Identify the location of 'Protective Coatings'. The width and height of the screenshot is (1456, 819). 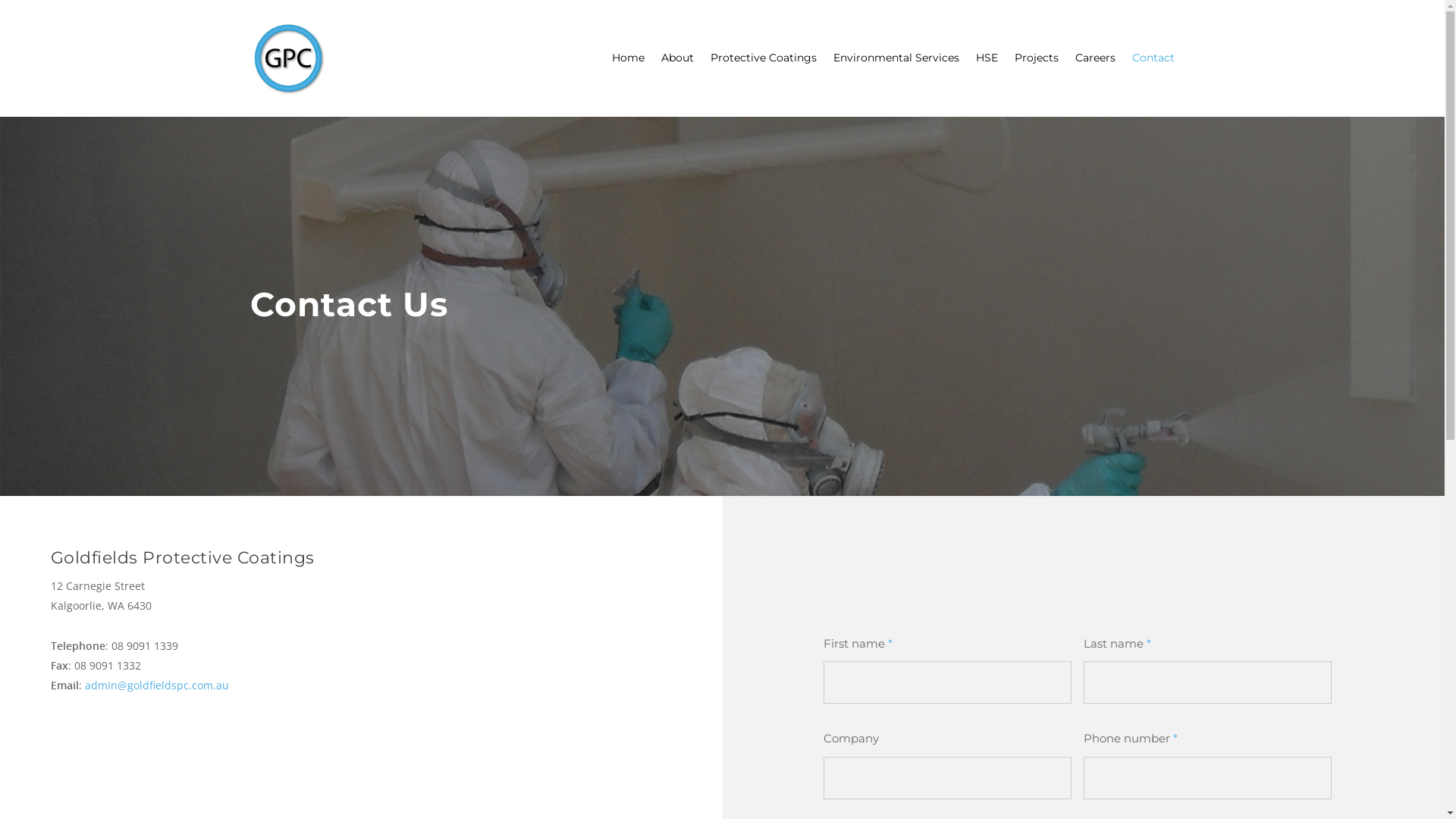
(764, 69).